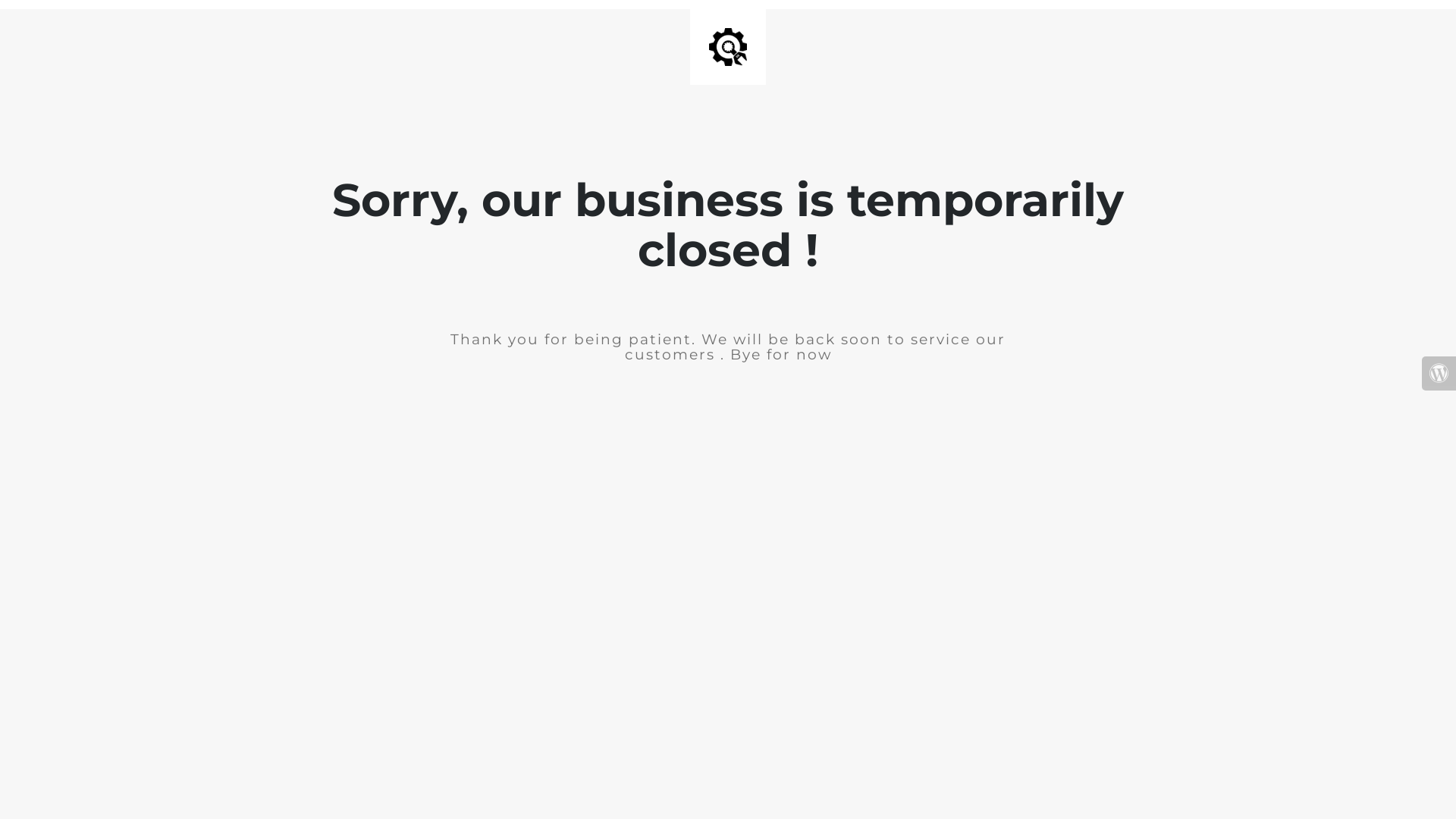 The height and width of the screenshot is (819, 1456). I want to click on 'Site is Under Construction', so click(728, 45).